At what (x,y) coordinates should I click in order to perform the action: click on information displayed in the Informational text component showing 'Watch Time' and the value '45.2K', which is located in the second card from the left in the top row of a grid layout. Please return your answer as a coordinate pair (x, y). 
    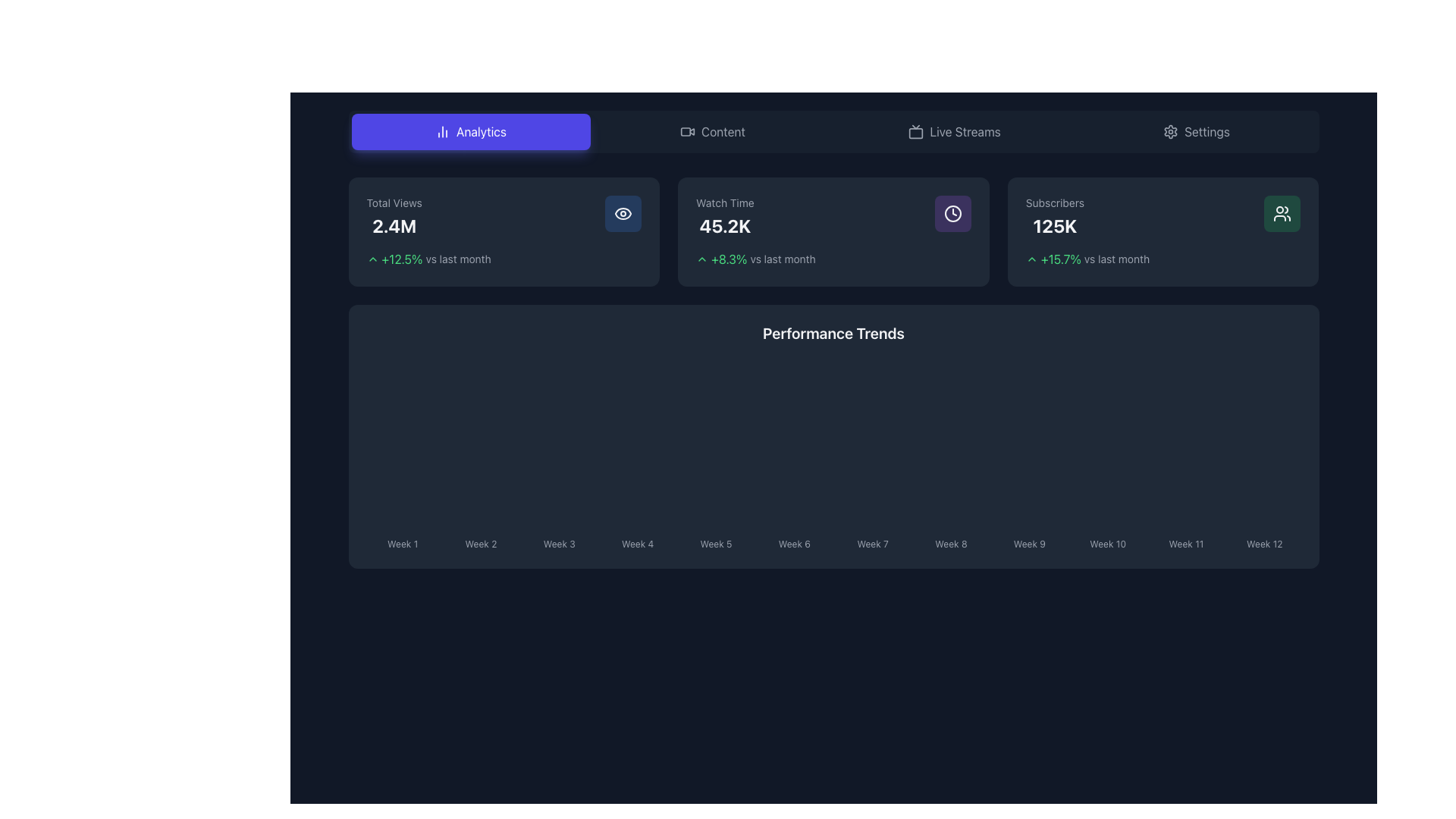
    Looking at the image, I should click on (724, 216).